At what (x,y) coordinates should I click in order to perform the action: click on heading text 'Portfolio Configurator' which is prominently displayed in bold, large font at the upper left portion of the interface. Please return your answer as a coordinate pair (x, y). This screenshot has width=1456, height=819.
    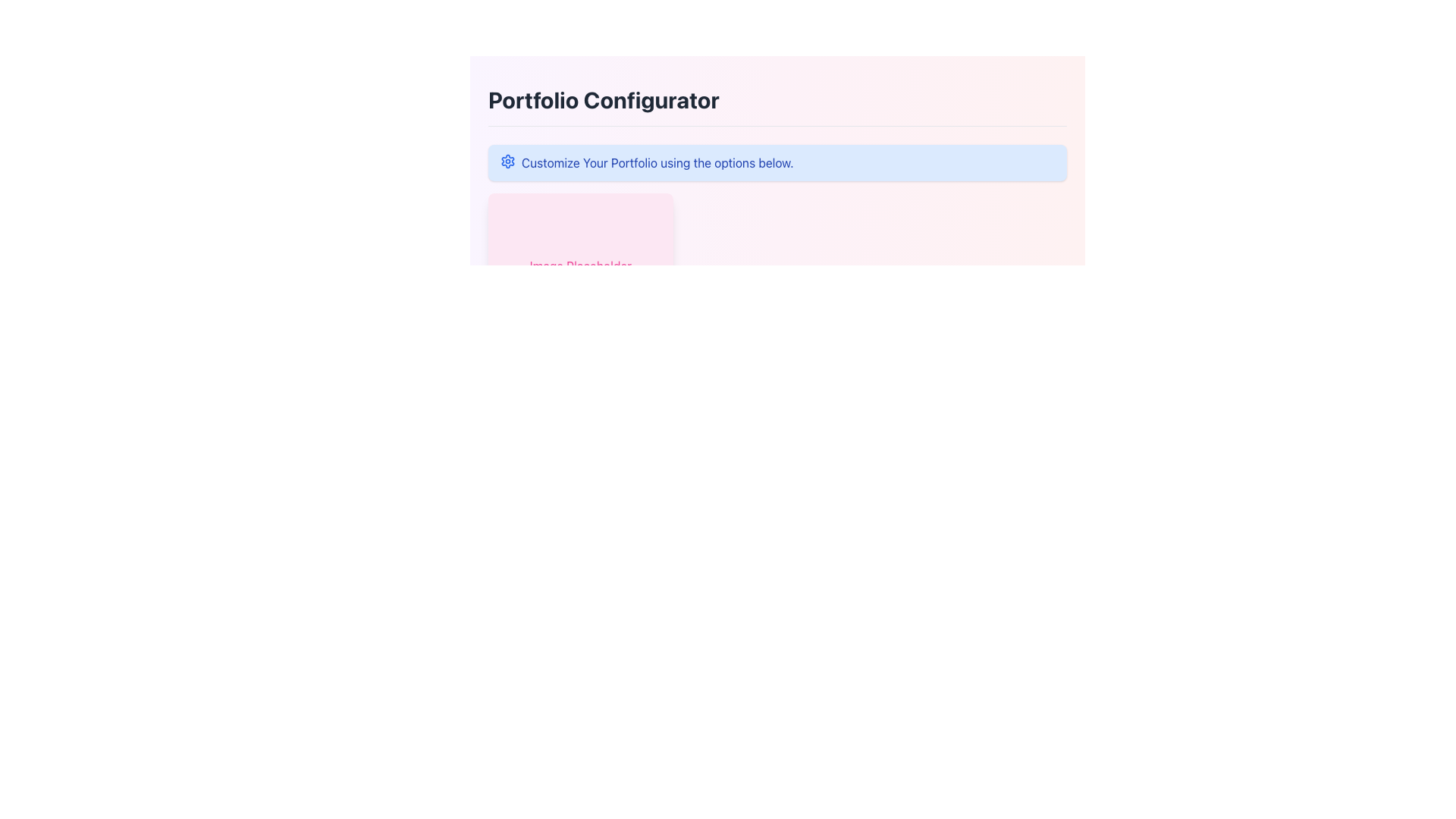
    Looking at the image, I should click on (603, 99).